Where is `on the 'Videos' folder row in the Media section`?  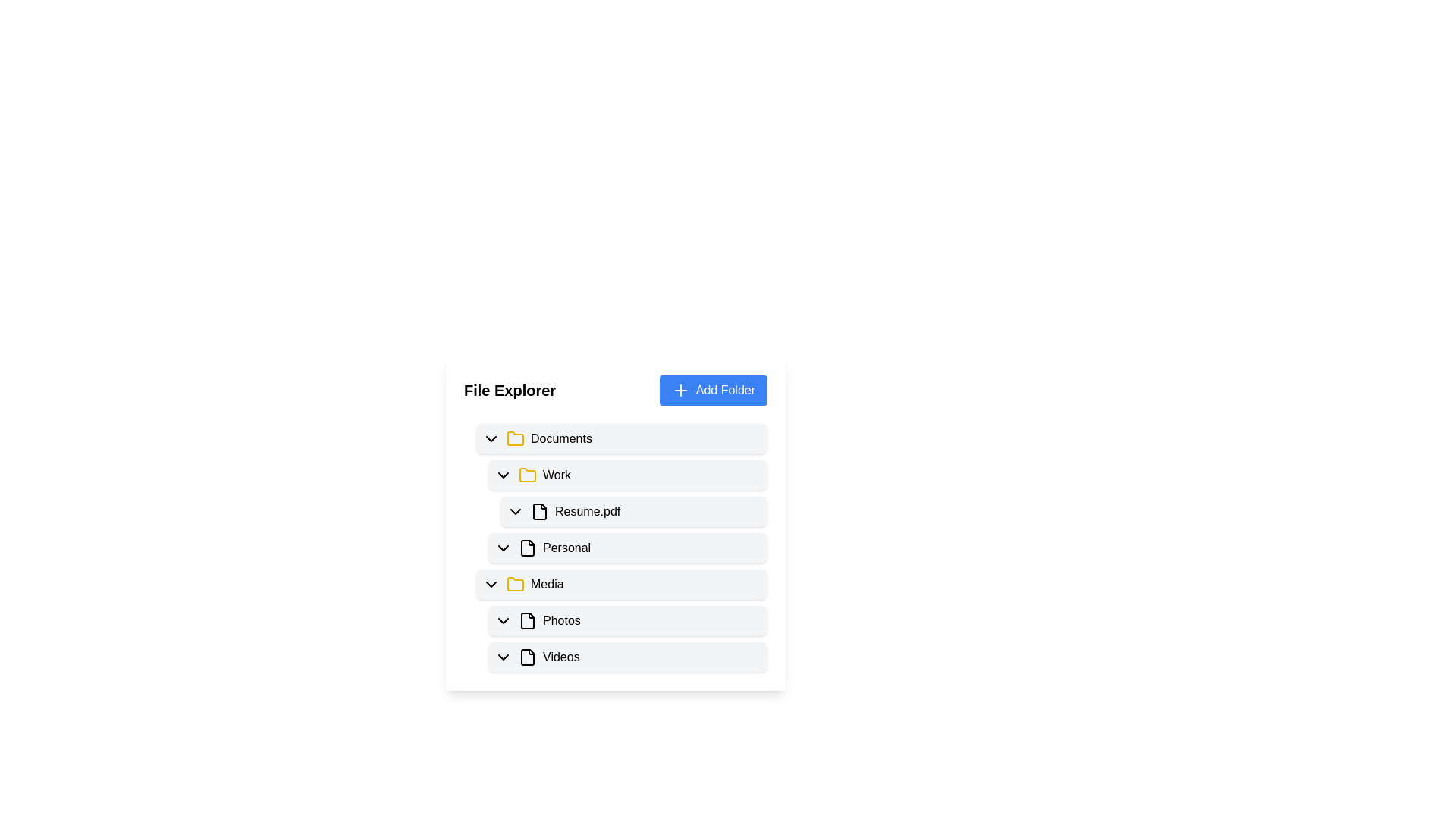 on the 'Videos' folder row in the Media section is located at coordinates (622, 654).